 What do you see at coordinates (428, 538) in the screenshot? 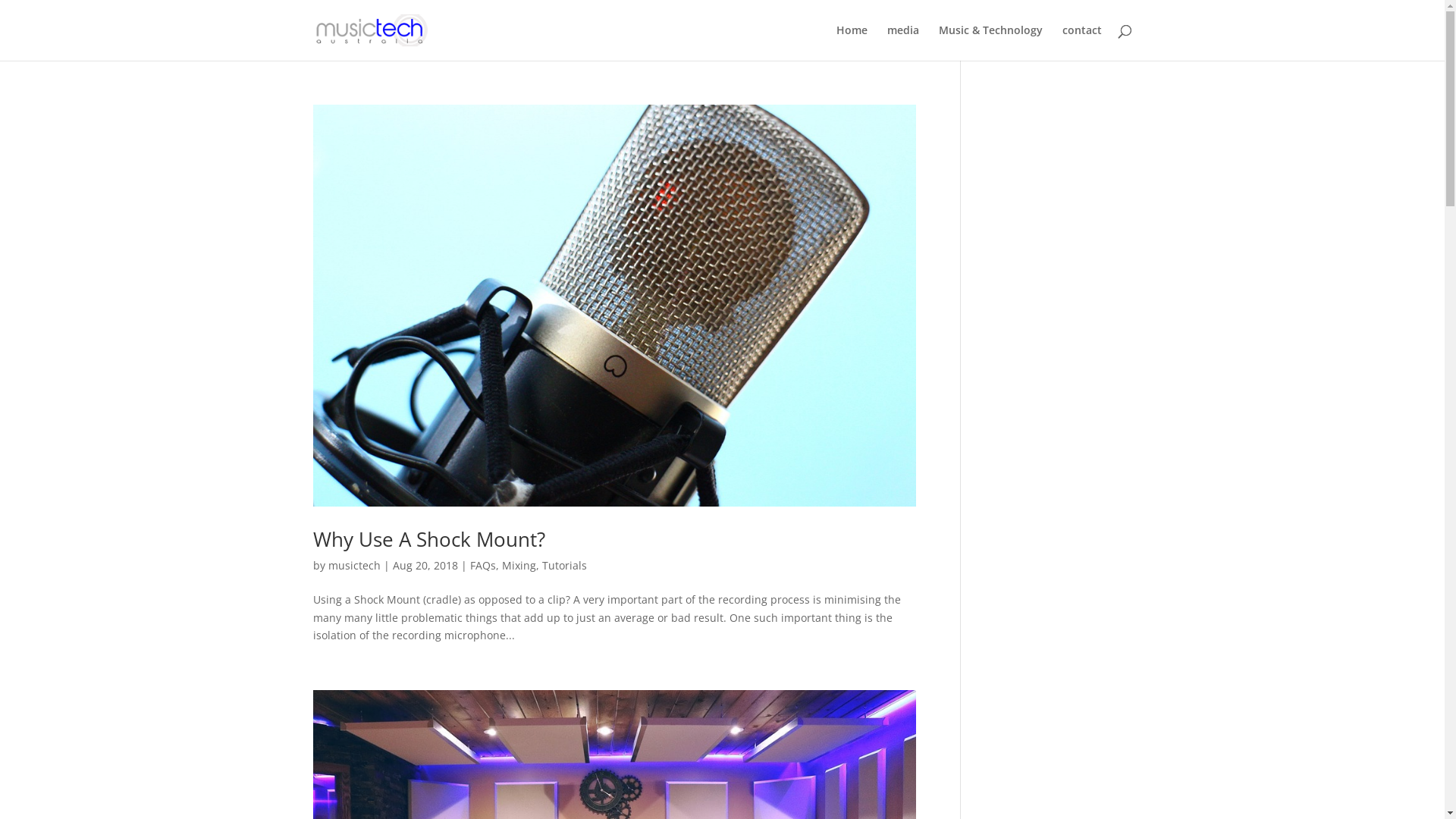
I see `'Why Use A Shock Mount?'` at bounding box center [428, 538].